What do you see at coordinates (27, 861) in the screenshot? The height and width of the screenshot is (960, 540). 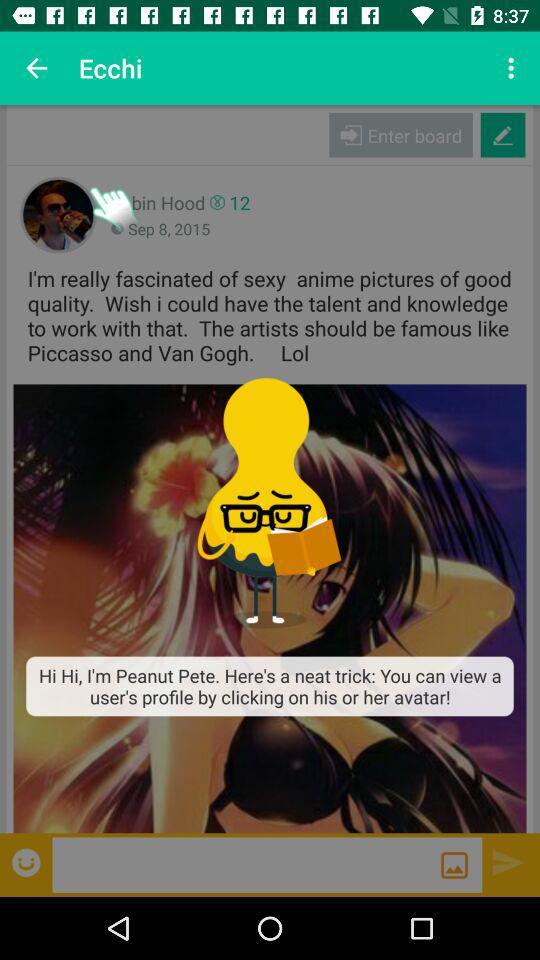 I see `open emojis` at bounding box center [27, 861].